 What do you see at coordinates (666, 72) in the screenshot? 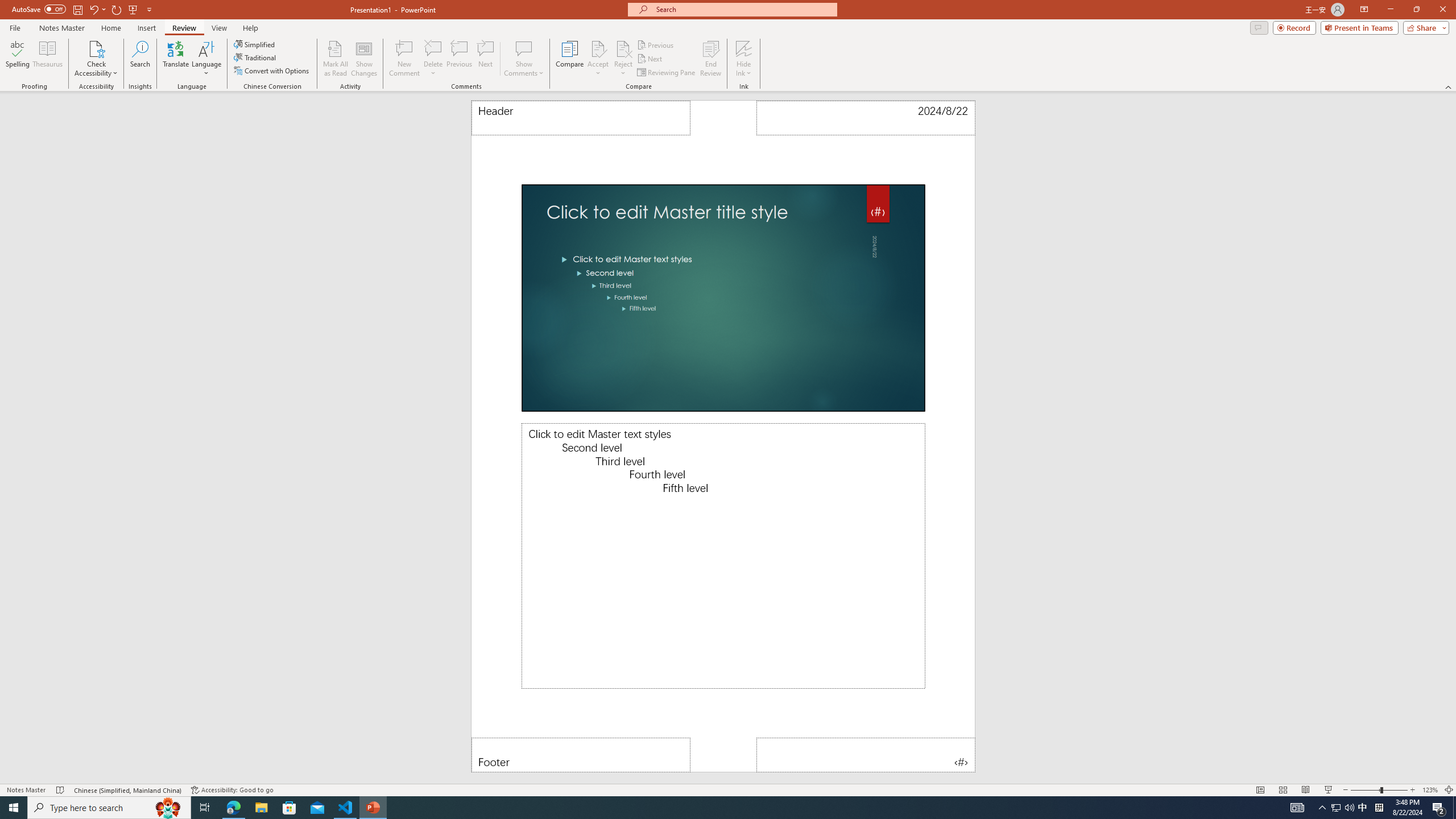
I see `'Reviewing Pane'` at bounding box center [666, 72].